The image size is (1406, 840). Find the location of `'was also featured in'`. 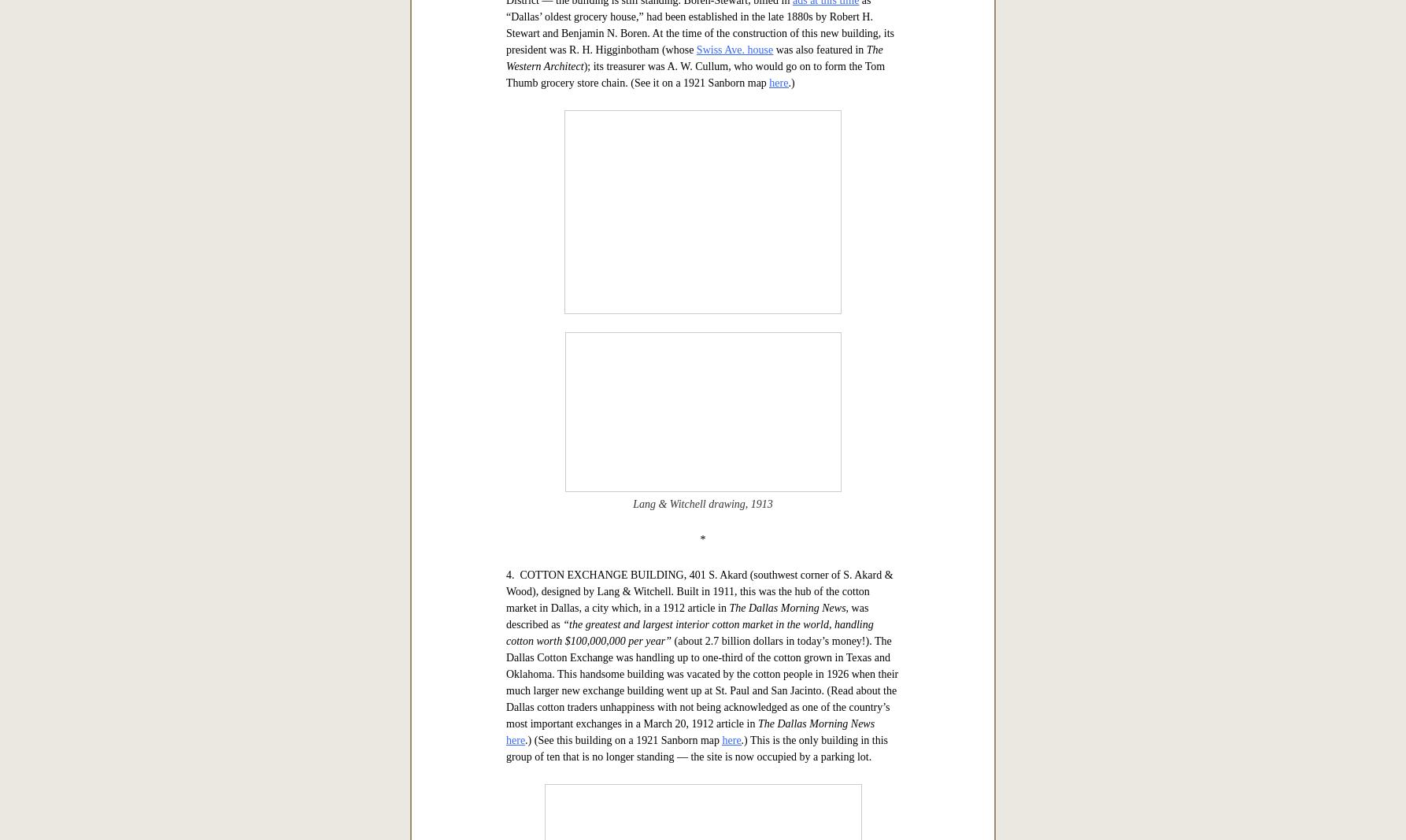

'was also featured in' is located at coordinates (820, 543).